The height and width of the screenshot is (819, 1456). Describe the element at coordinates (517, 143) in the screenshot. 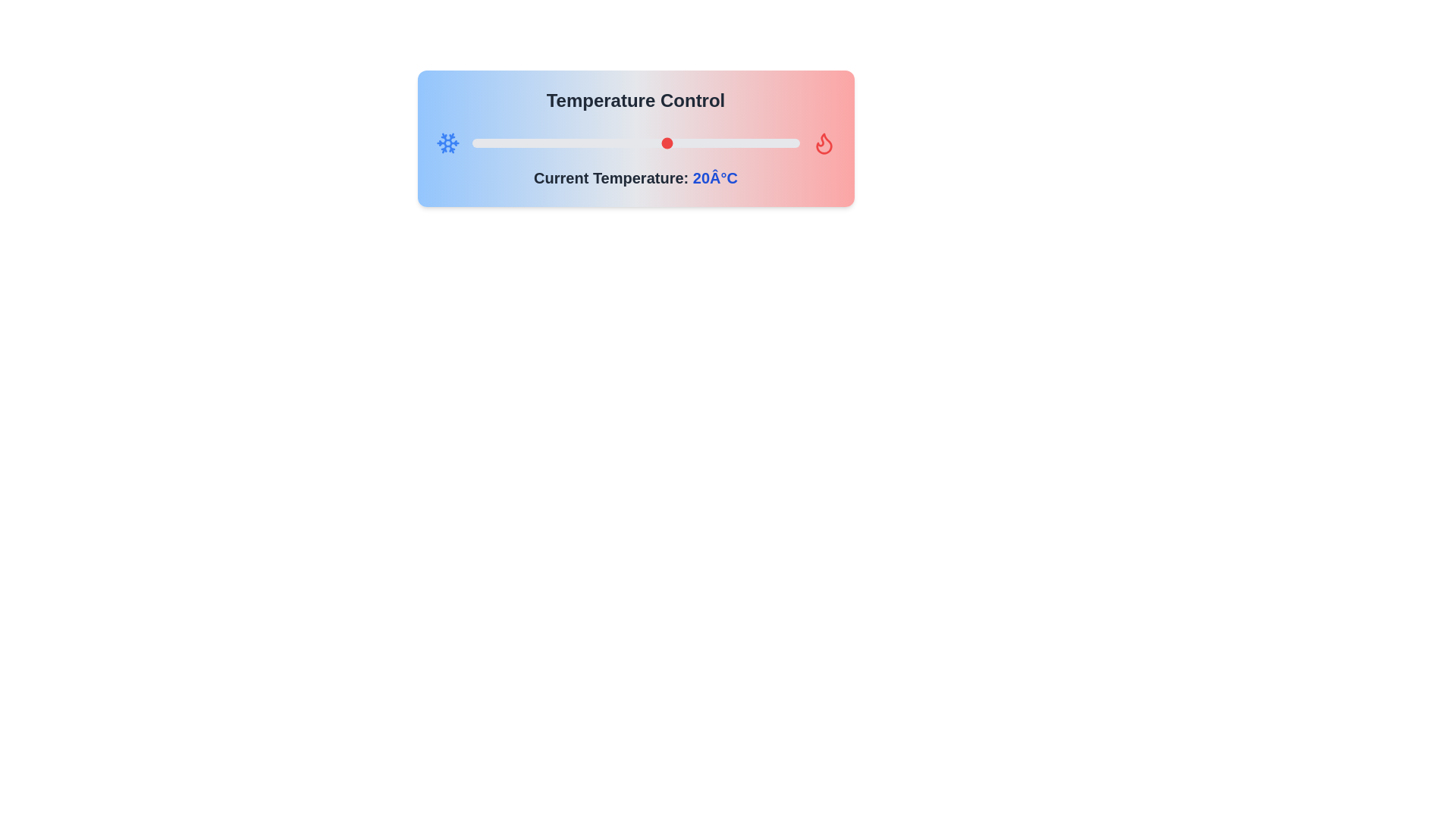

I see `the temperature slider to -3 degrees Celsius` at that location.